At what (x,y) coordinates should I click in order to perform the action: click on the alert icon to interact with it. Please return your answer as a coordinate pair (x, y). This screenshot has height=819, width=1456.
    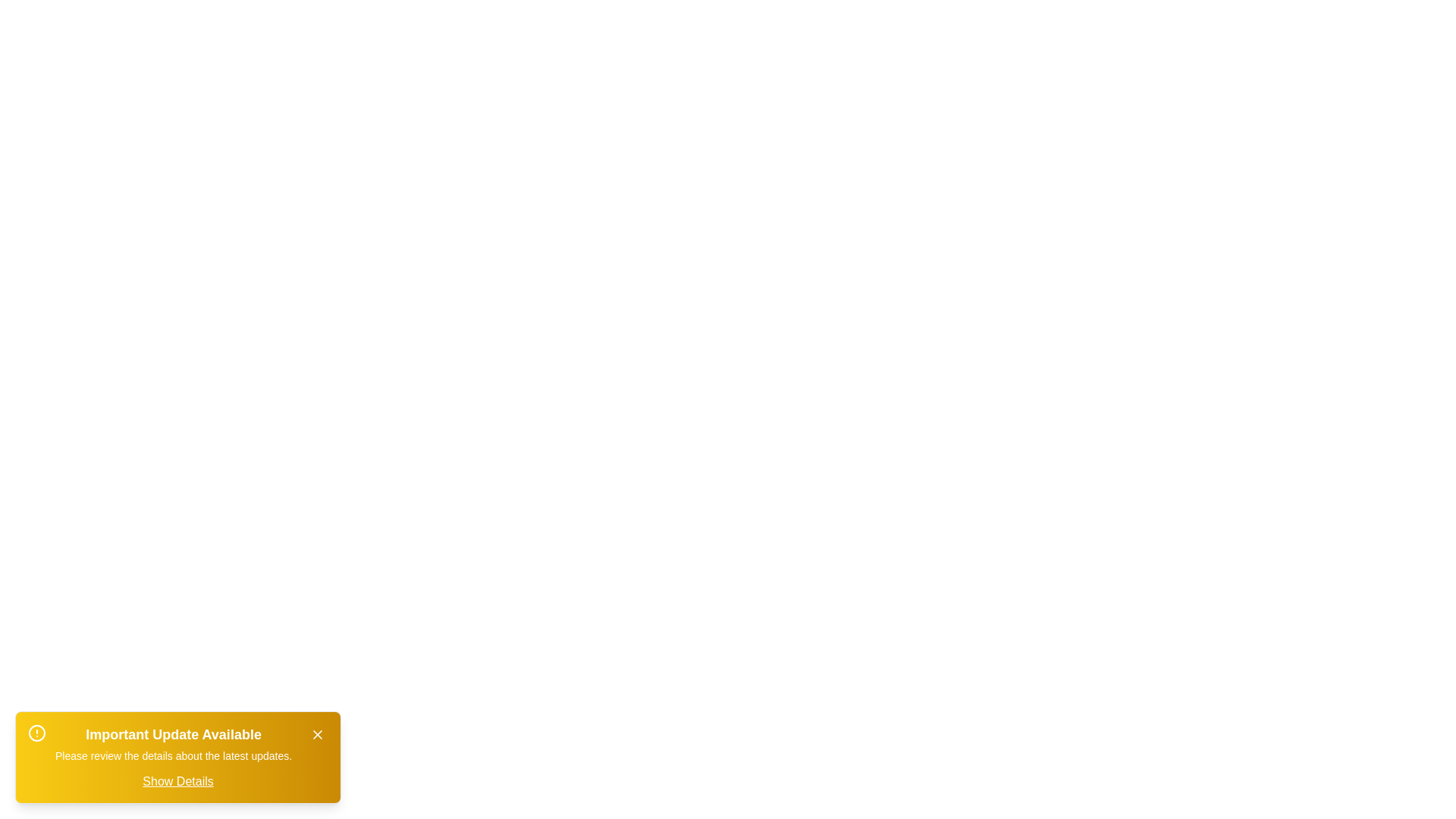
    Looking at the image, I should click on (36, 733).